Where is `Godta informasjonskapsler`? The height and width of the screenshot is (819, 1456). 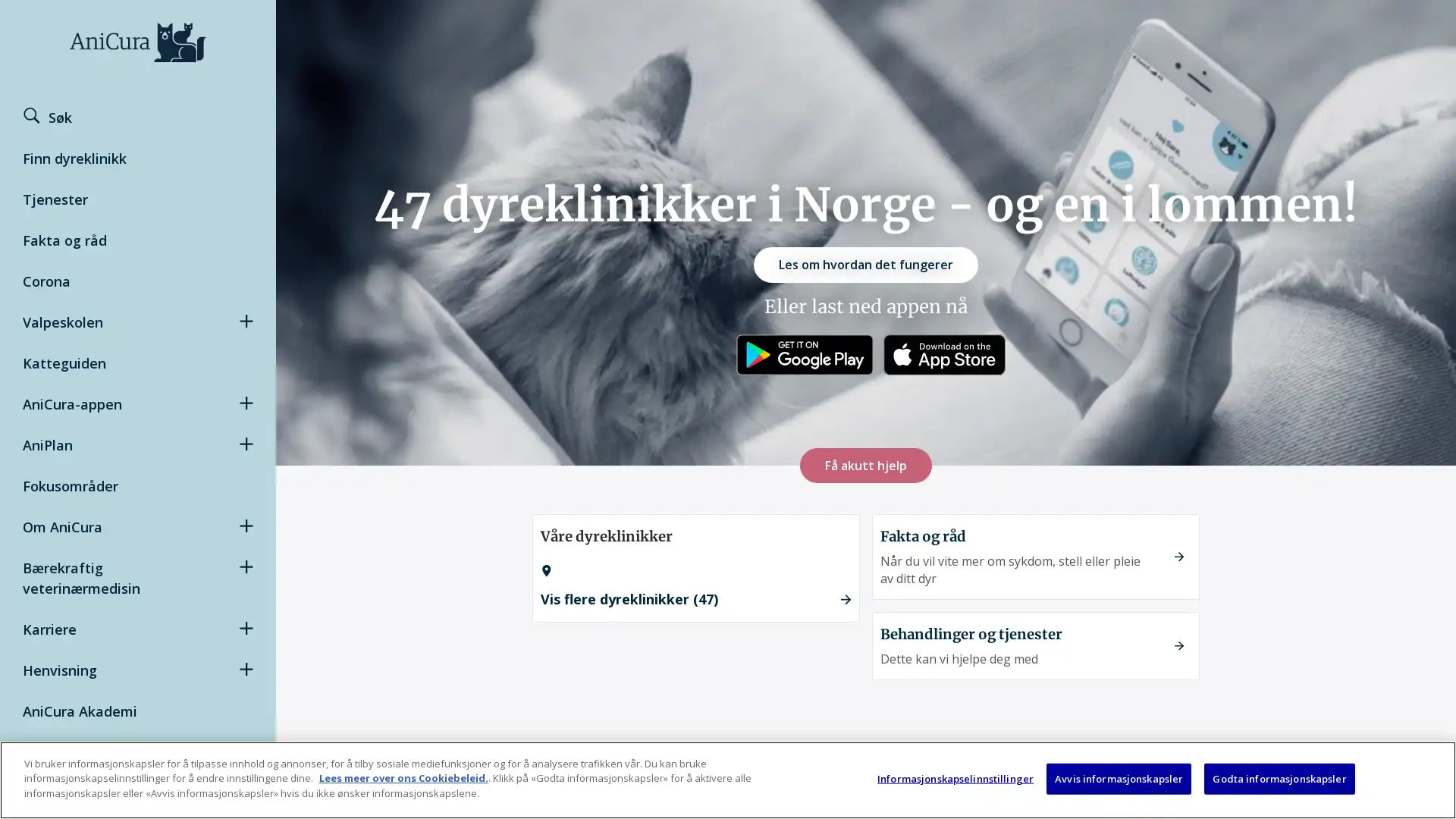 Godta informasjonskapsler is located at coordinates (1278, 778).